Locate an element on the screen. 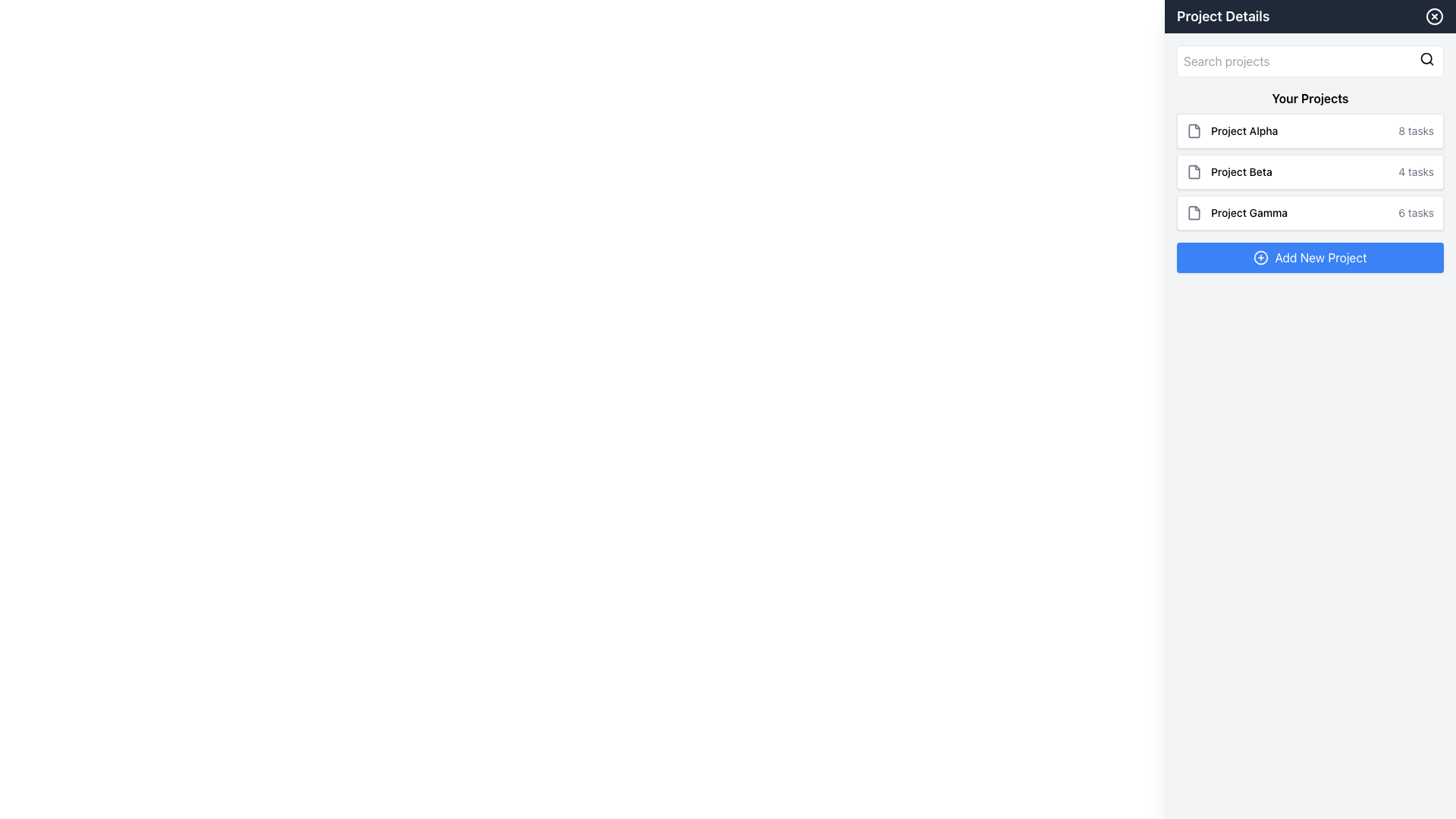 The height and width of the screenshot is (819, 1456). the file icon represented by the vector graphic element associated with 'Project Gamma' in the sidebar under 'Your Projects' is located at coordinates (1193, 213).